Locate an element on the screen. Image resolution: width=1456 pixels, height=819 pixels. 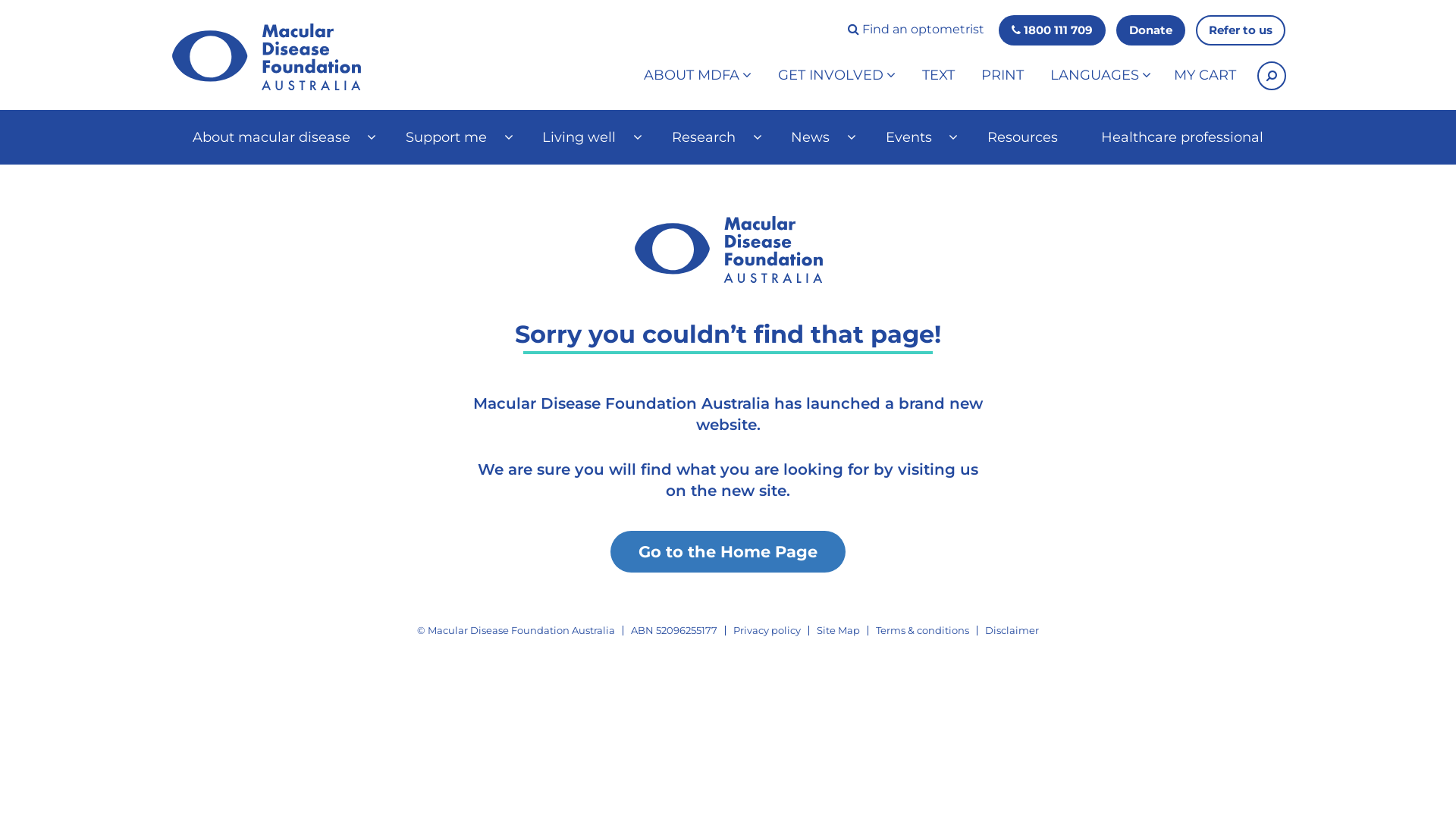
'Living well' is located at coordinates (585, 137).